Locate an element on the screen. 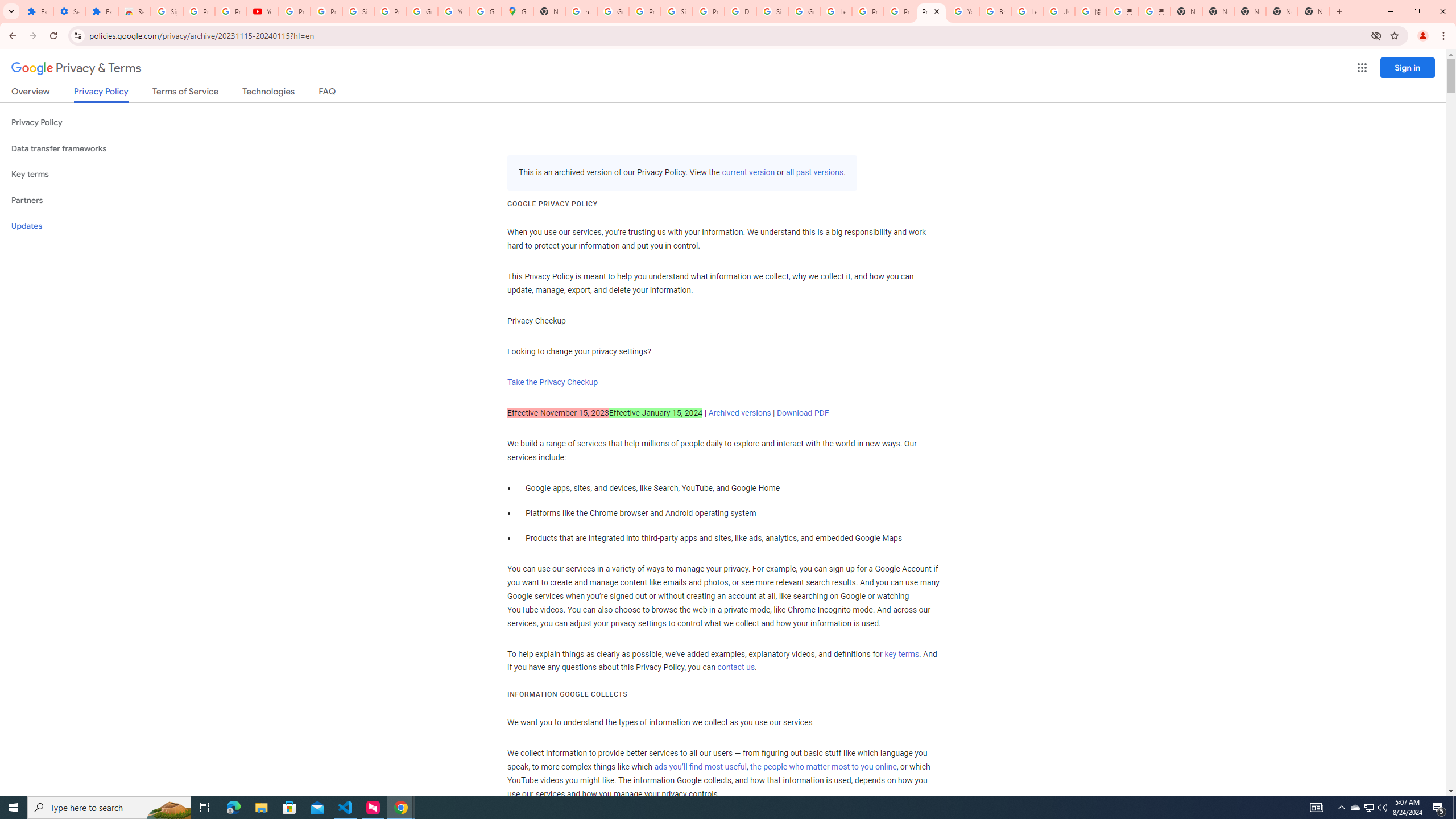  'all past versions' is located at coordinates (813, 172).